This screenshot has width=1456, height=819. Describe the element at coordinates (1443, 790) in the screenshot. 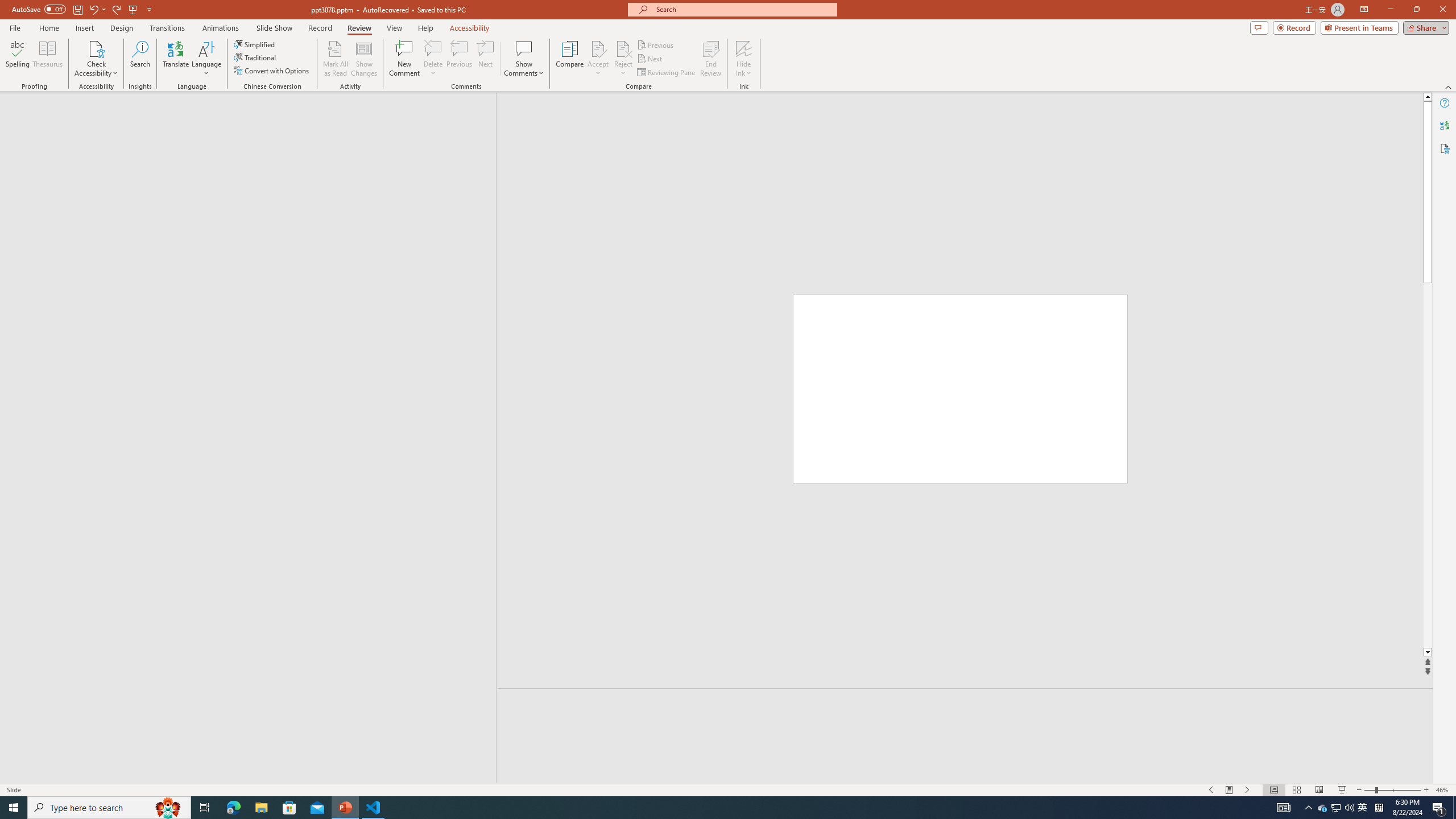

I see `'Zoom 46%'` at that location.